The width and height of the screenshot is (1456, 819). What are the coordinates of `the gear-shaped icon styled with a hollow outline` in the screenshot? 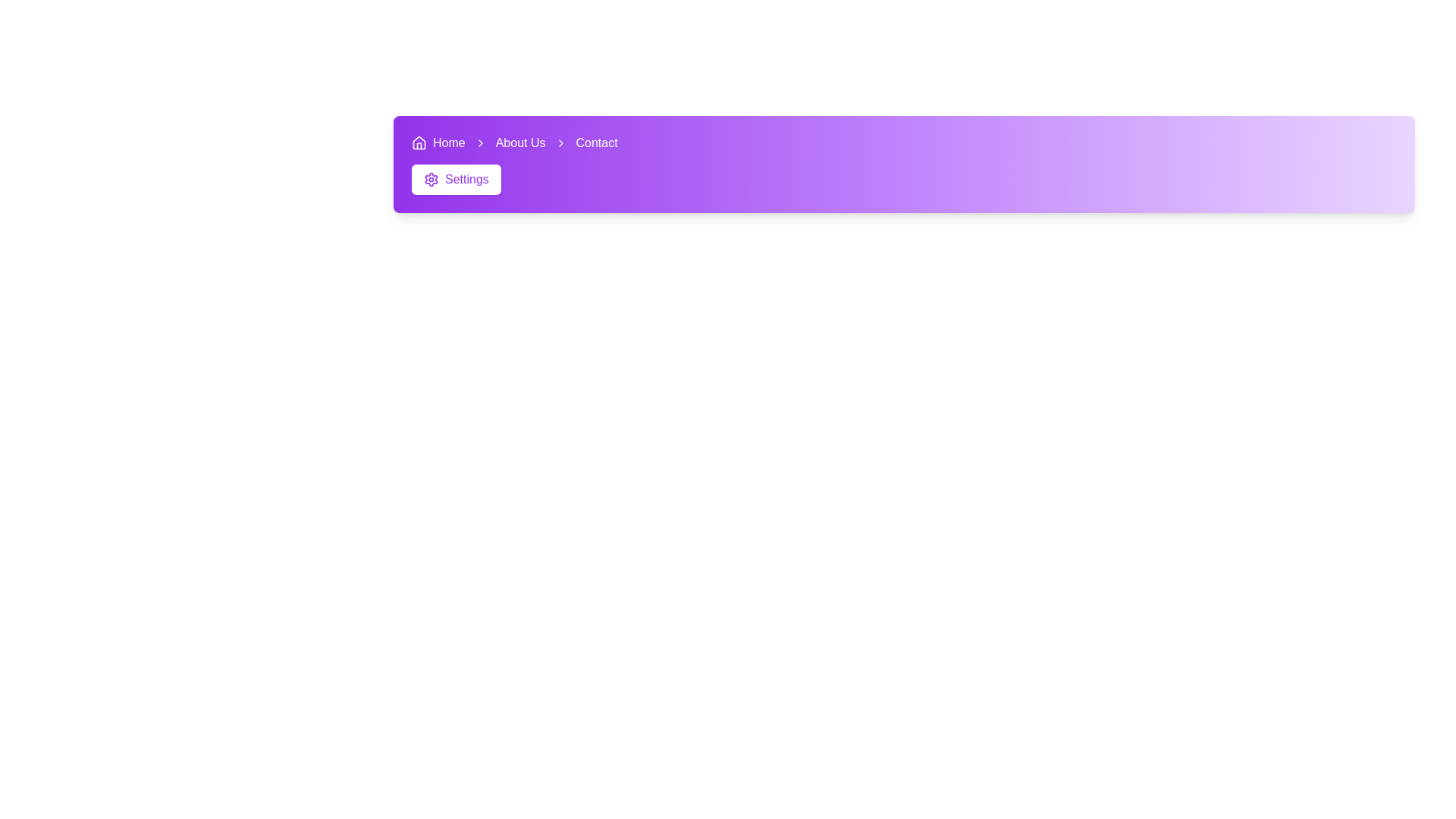 It's located at (431, 178).